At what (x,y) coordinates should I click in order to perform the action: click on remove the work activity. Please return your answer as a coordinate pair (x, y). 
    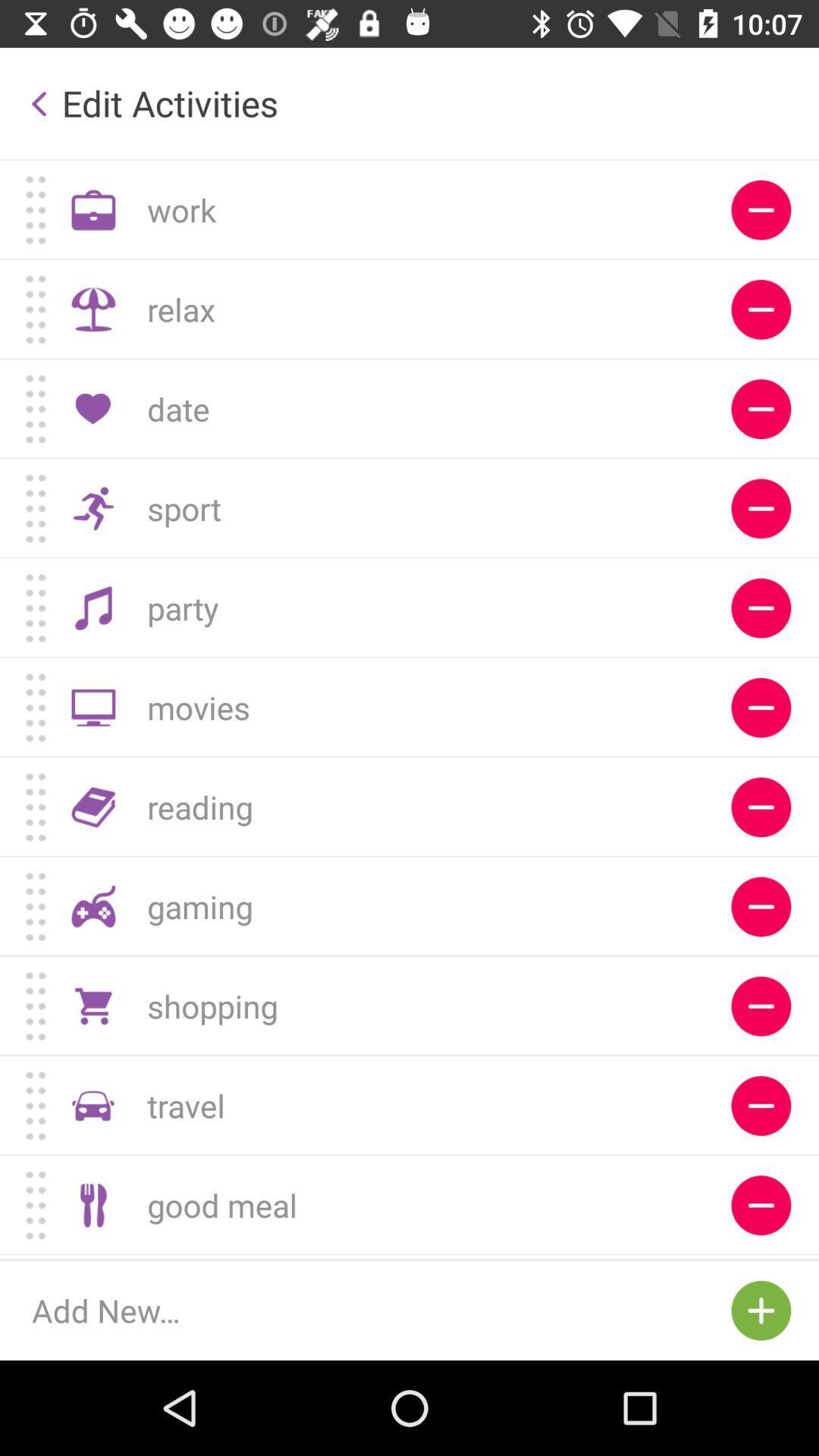
    Looking at the image, I should click on (761, 209).